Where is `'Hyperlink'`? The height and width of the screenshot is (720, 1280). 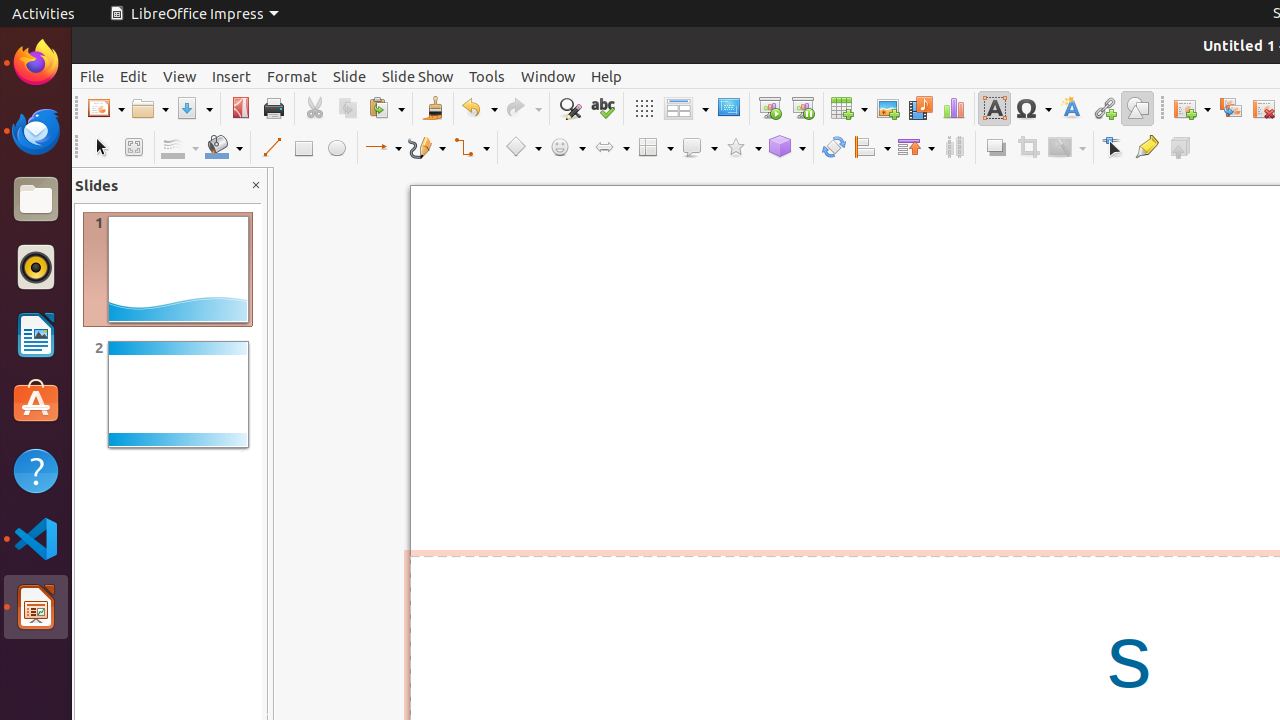 'Hyperlink' is located at coordinates (1103, 108).